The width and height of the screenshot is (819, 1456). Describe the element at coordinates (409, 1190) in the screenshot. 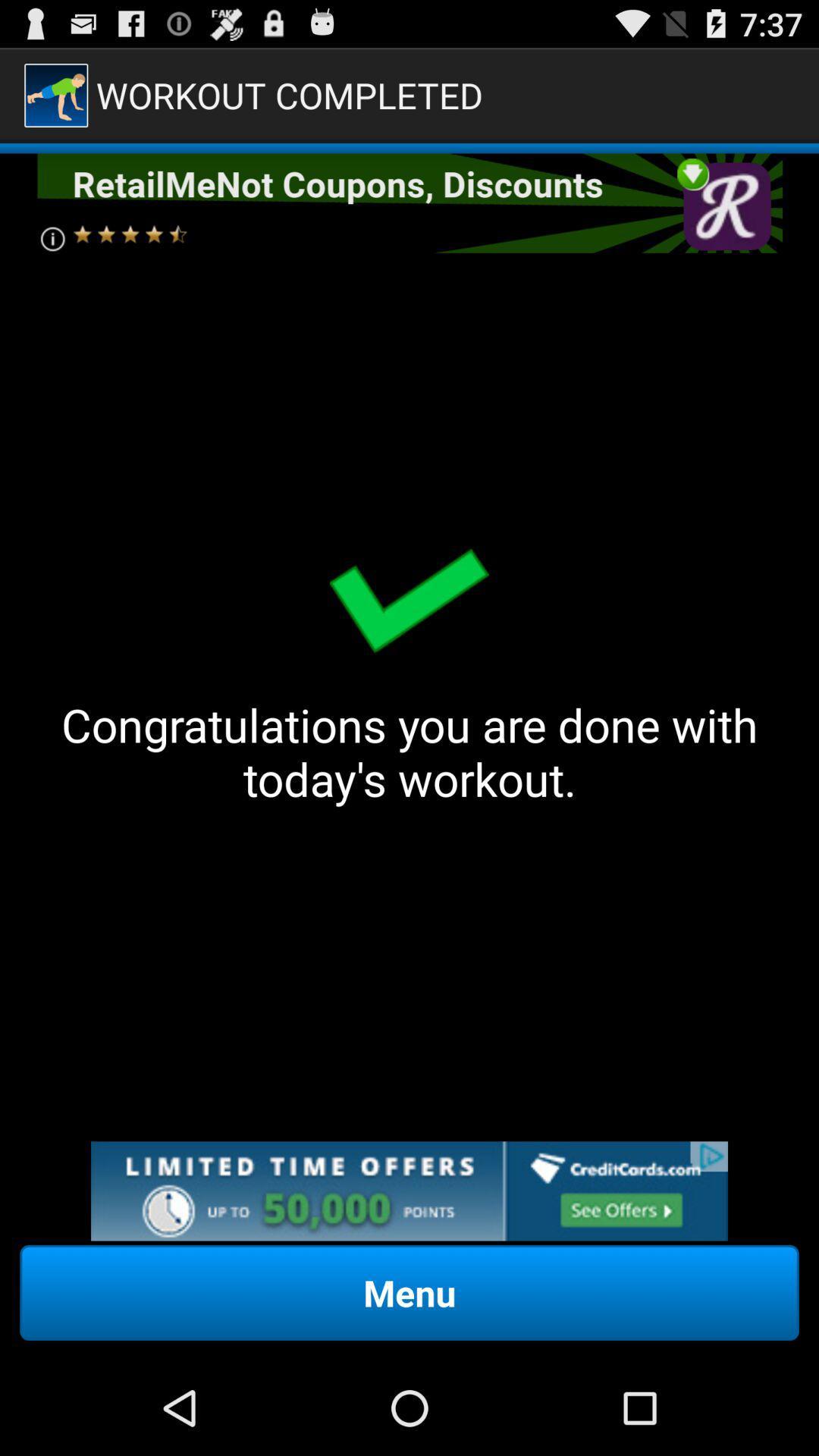

I see `the add` at that location.